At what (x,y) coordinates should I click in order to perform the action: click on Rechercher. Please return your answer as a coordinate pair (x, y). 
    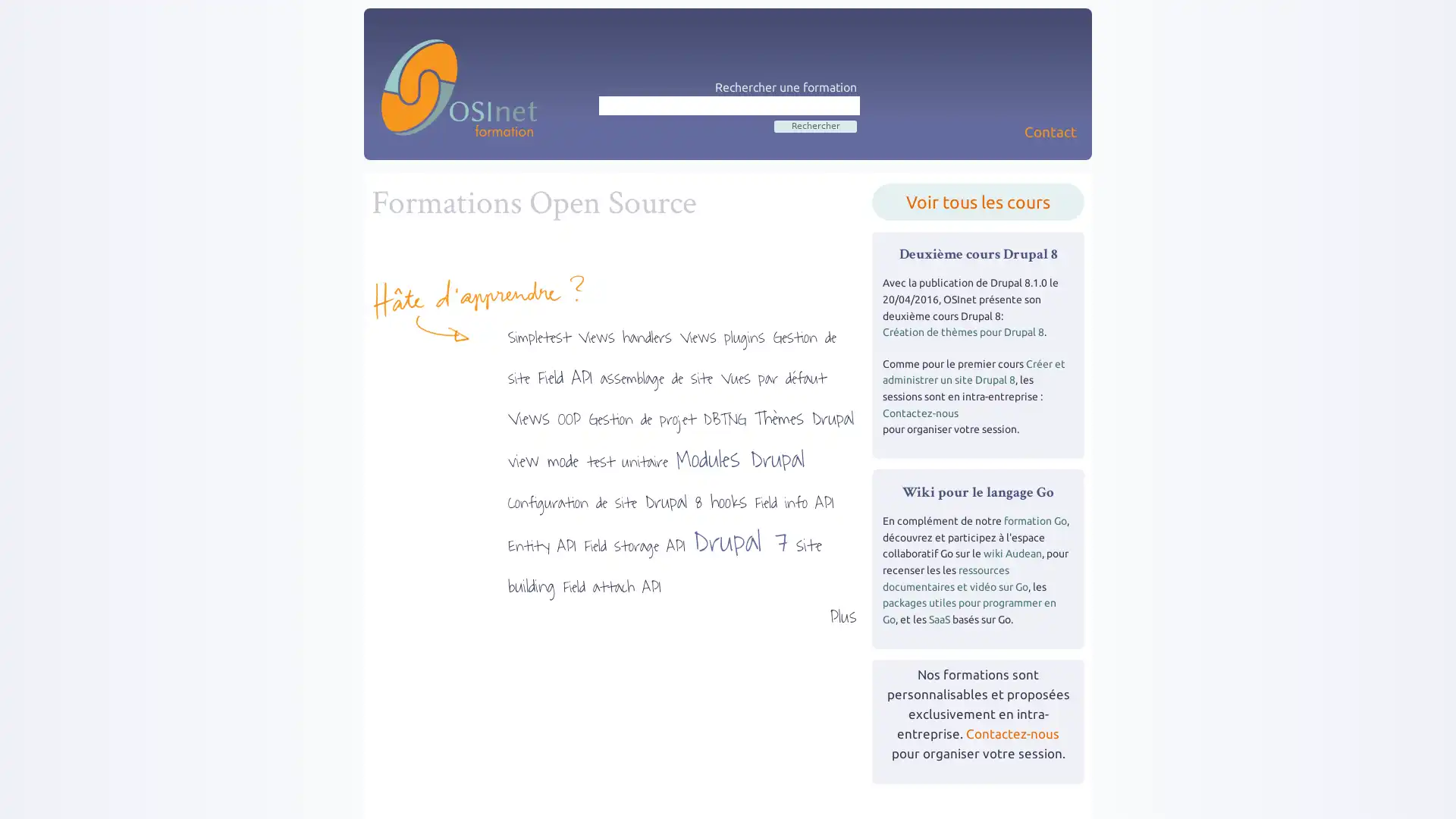
    Looking at the image, I should click on (814, 124).